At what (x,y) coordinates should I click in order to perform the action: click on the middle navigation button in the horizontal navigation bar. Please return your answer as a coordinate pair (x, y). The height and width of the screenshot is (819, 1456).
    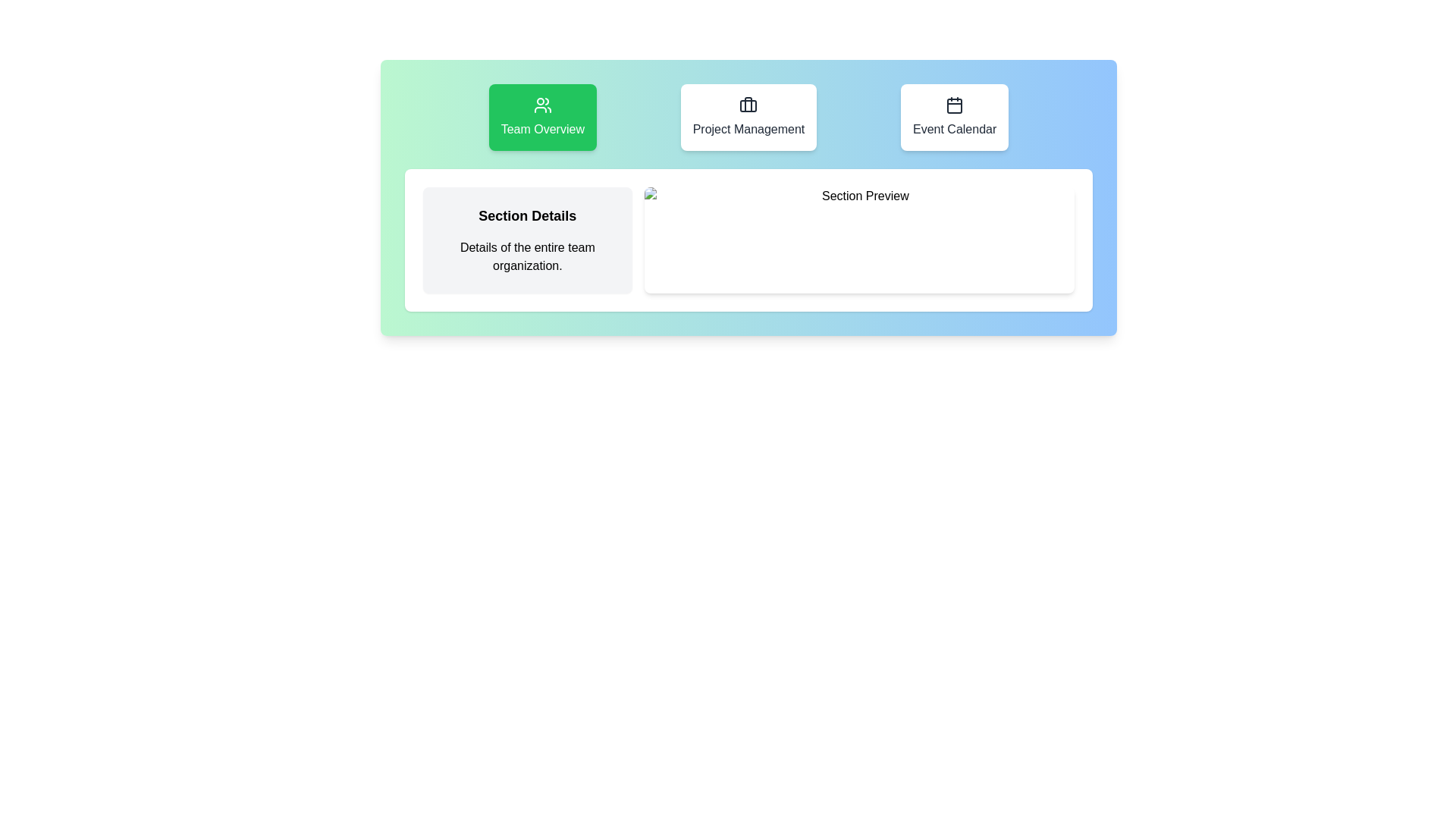
    Looking at the image, I should click on (748, 116).